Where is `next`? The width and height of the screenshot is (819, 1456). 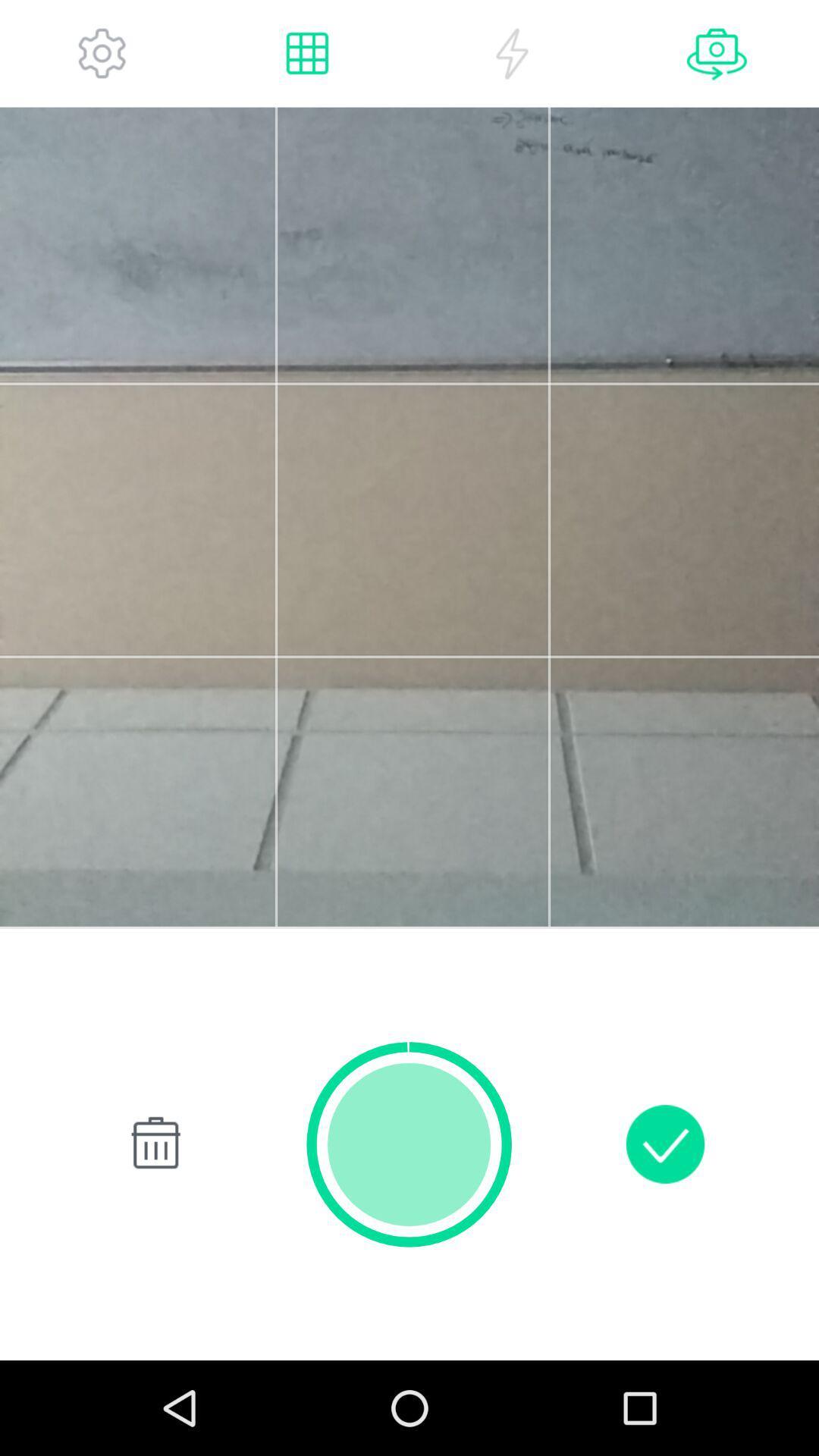
next is located at coordinates (717, 53).